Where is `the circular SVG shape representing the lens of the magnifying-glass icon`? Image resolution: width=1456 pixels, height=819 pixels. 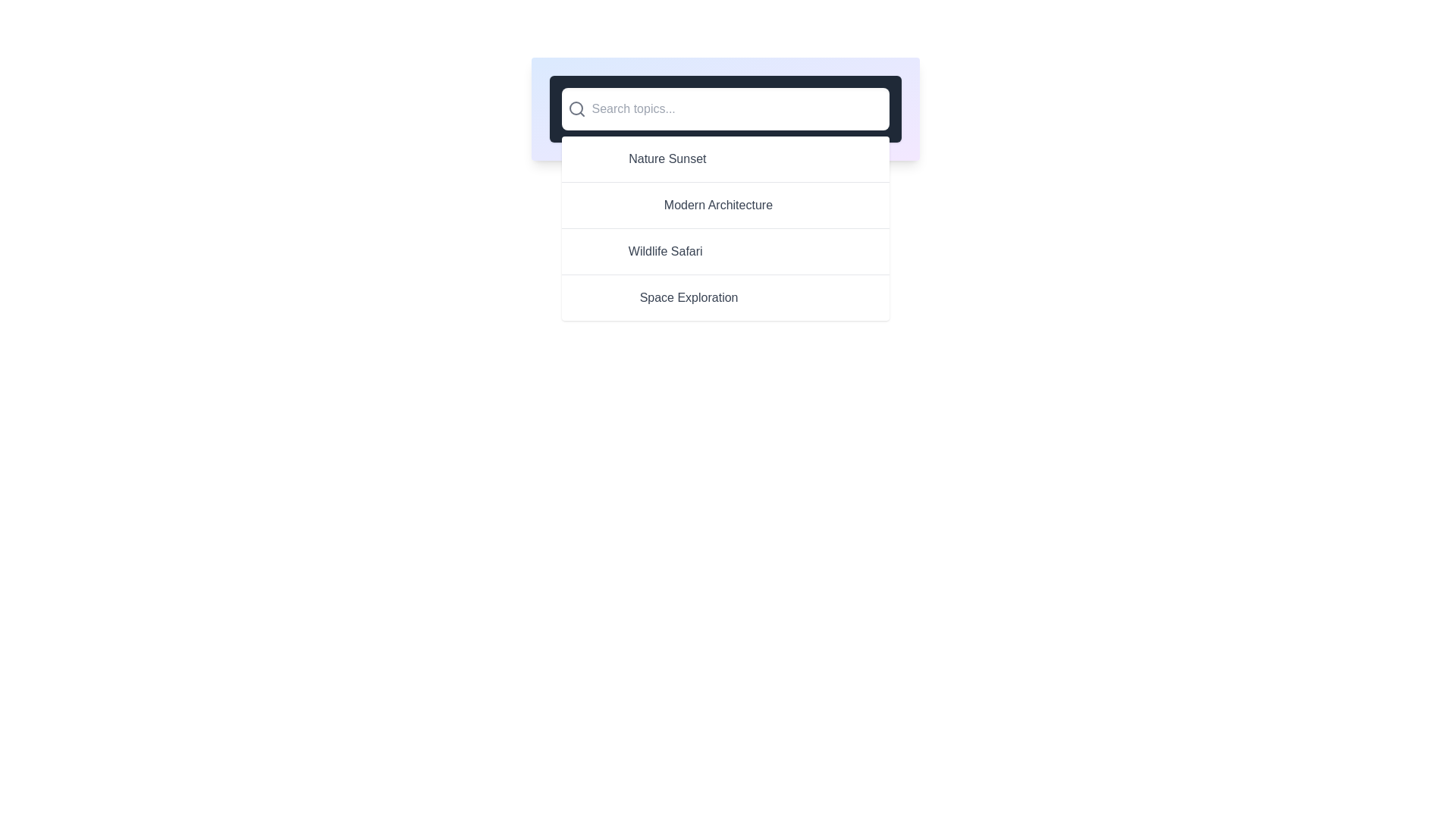
the circular SVG shape representing the lens of the magnifying-glass icon is located at coordinates (575, 107).